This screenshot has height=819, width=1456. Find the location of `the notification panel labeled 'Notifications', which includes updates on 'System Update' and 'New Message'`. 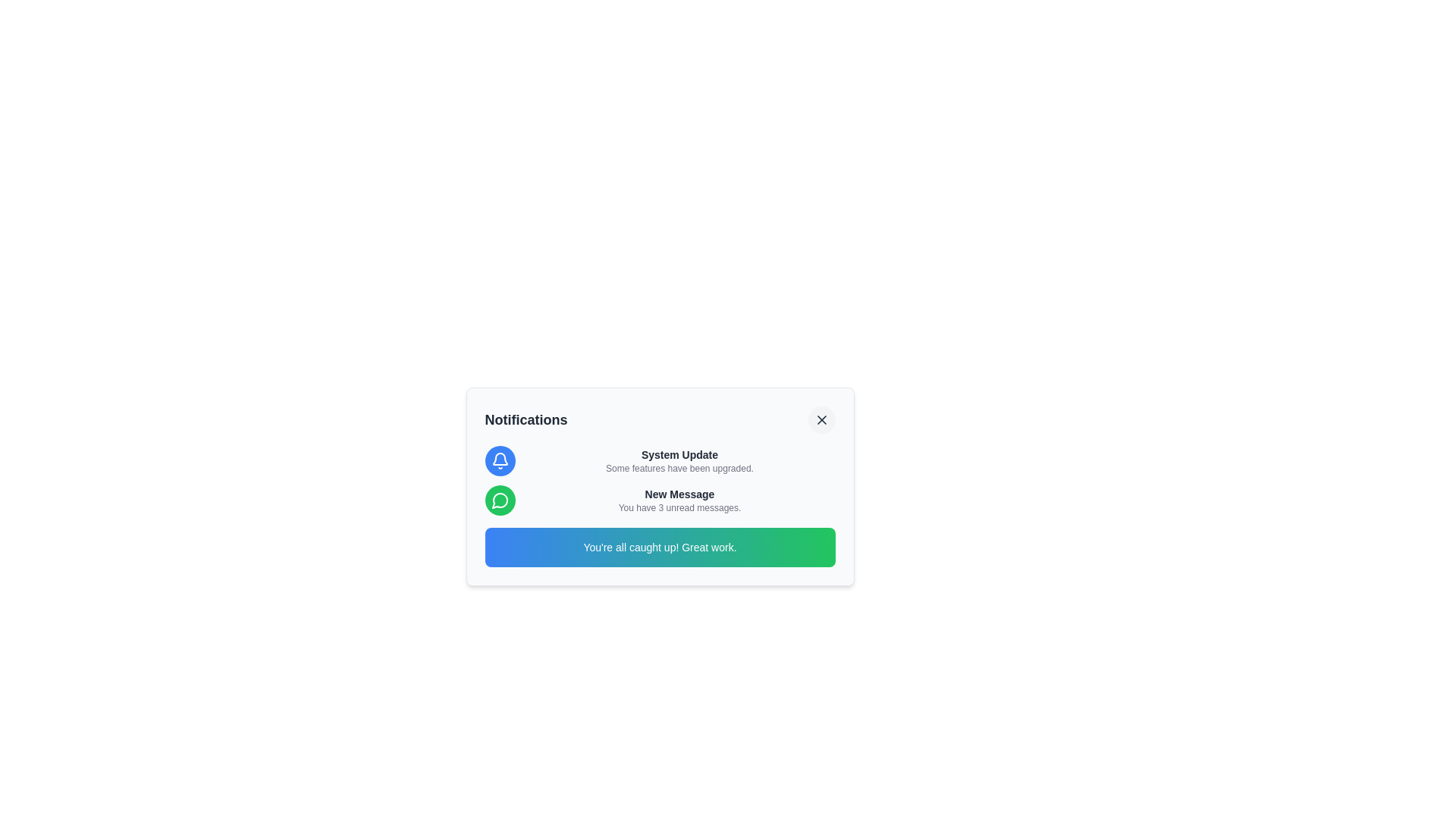

the notification panel labeled 'Notifications', which includes updates on 'System Update' and 'New Message' is located at coordinates (660, 486).